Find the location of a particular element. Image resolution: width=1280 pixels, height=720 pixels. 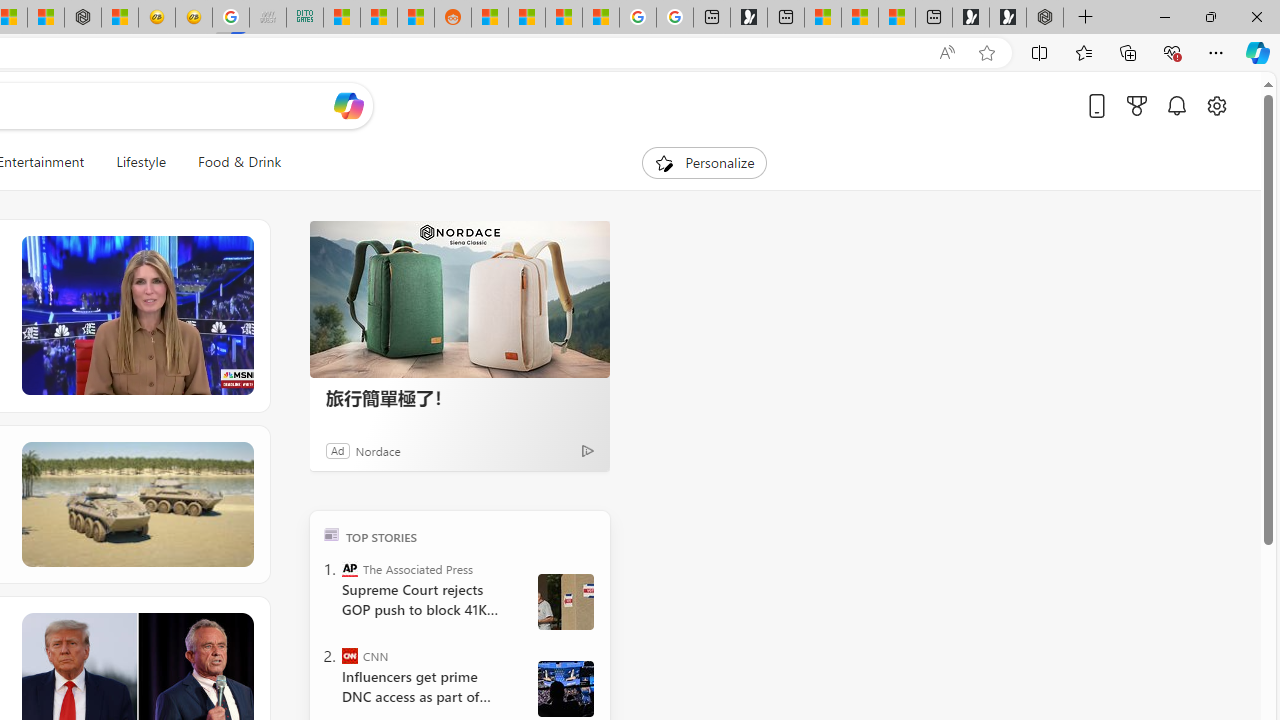

'Personalize' is located at coordinates (704, 162).